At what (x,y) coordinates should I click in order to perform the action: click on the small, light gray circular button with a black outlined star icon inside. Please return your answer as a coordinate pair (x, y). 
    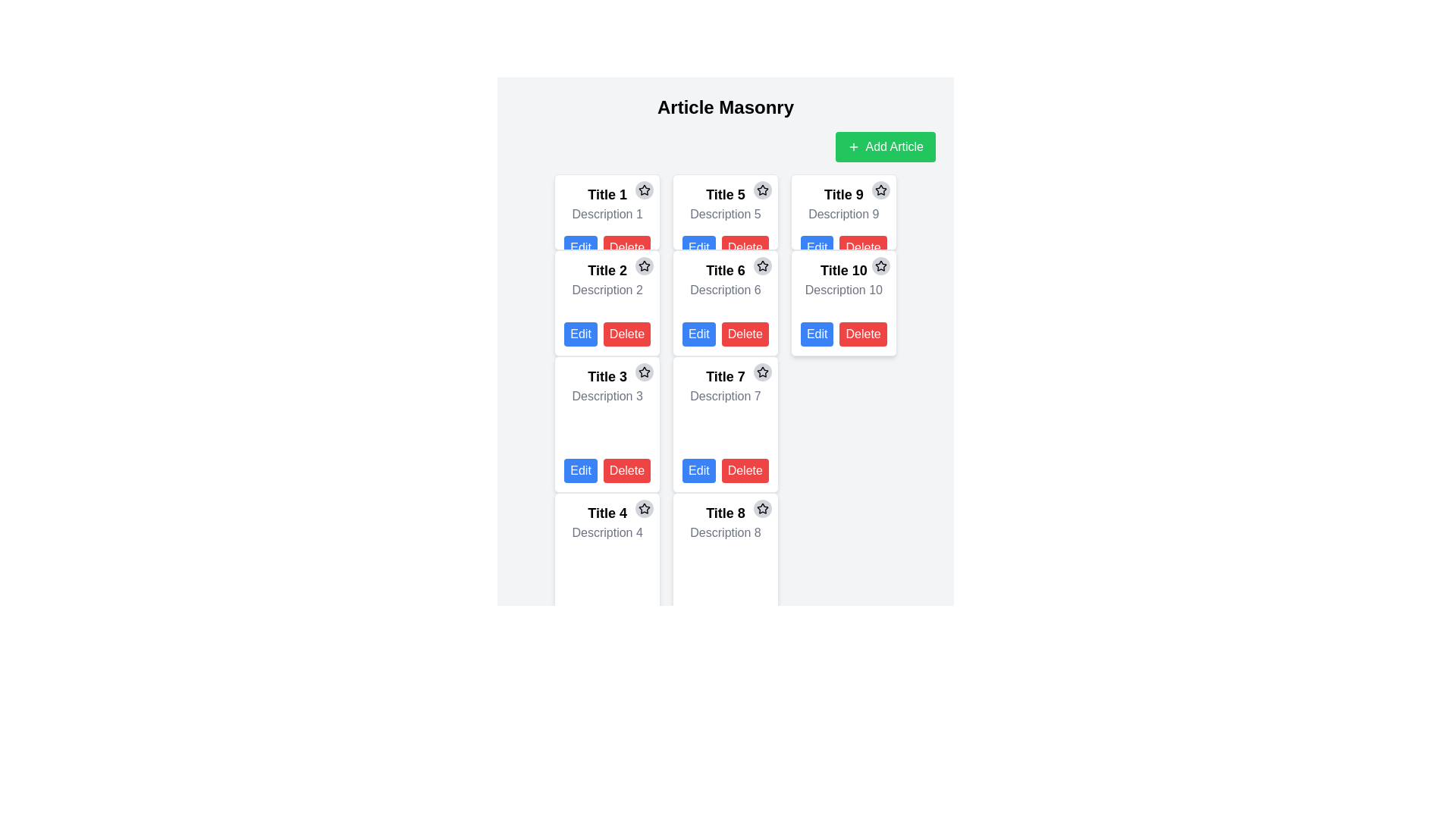
    Looking at the image, I should click on (645, 189).